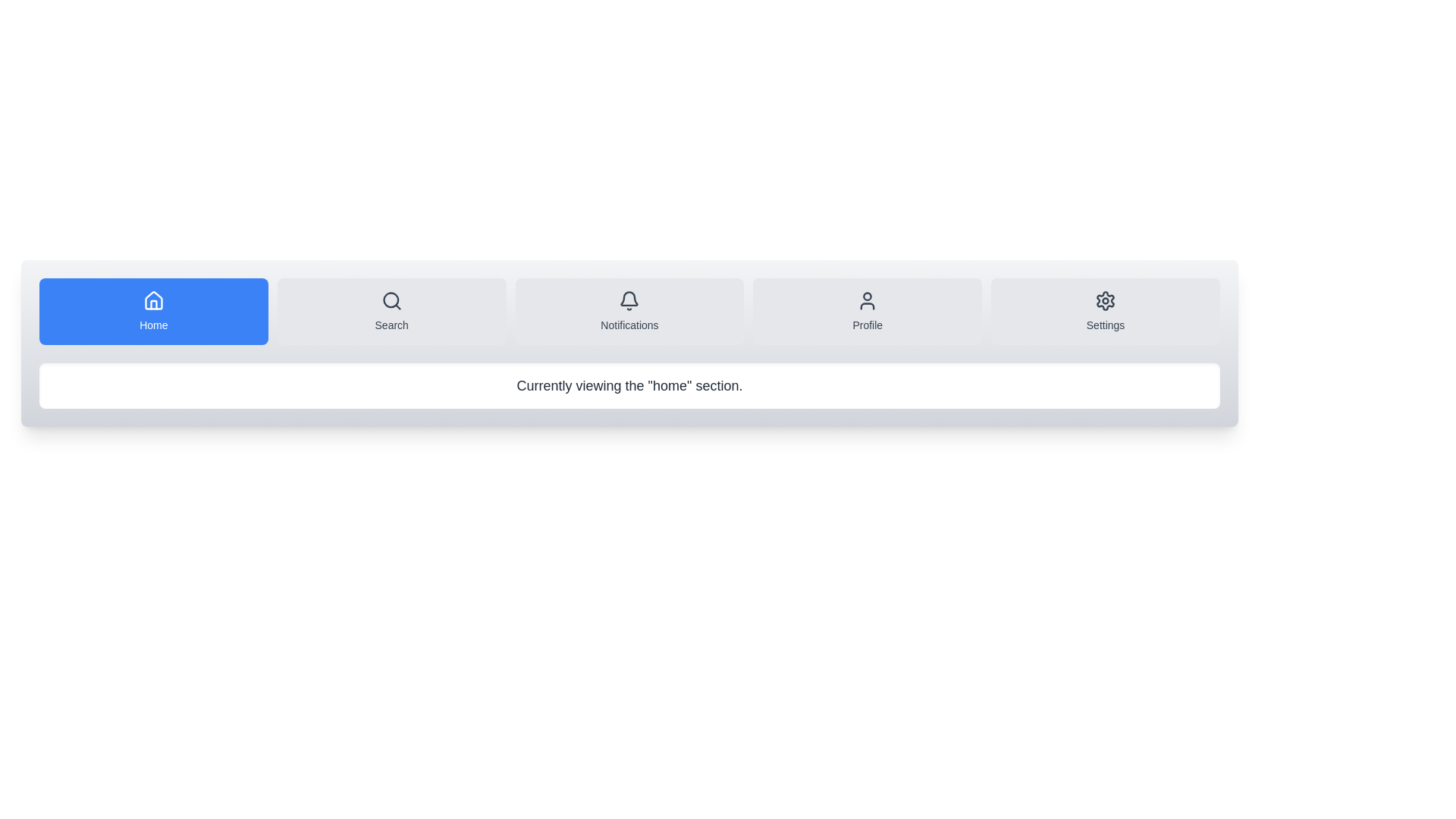 The height and width of the screenshot is (819, 1456). I want to click on the text label displaying 'Settings', which is positioned below a gear-shaped icon in the toolbar, so click(1106, 324).